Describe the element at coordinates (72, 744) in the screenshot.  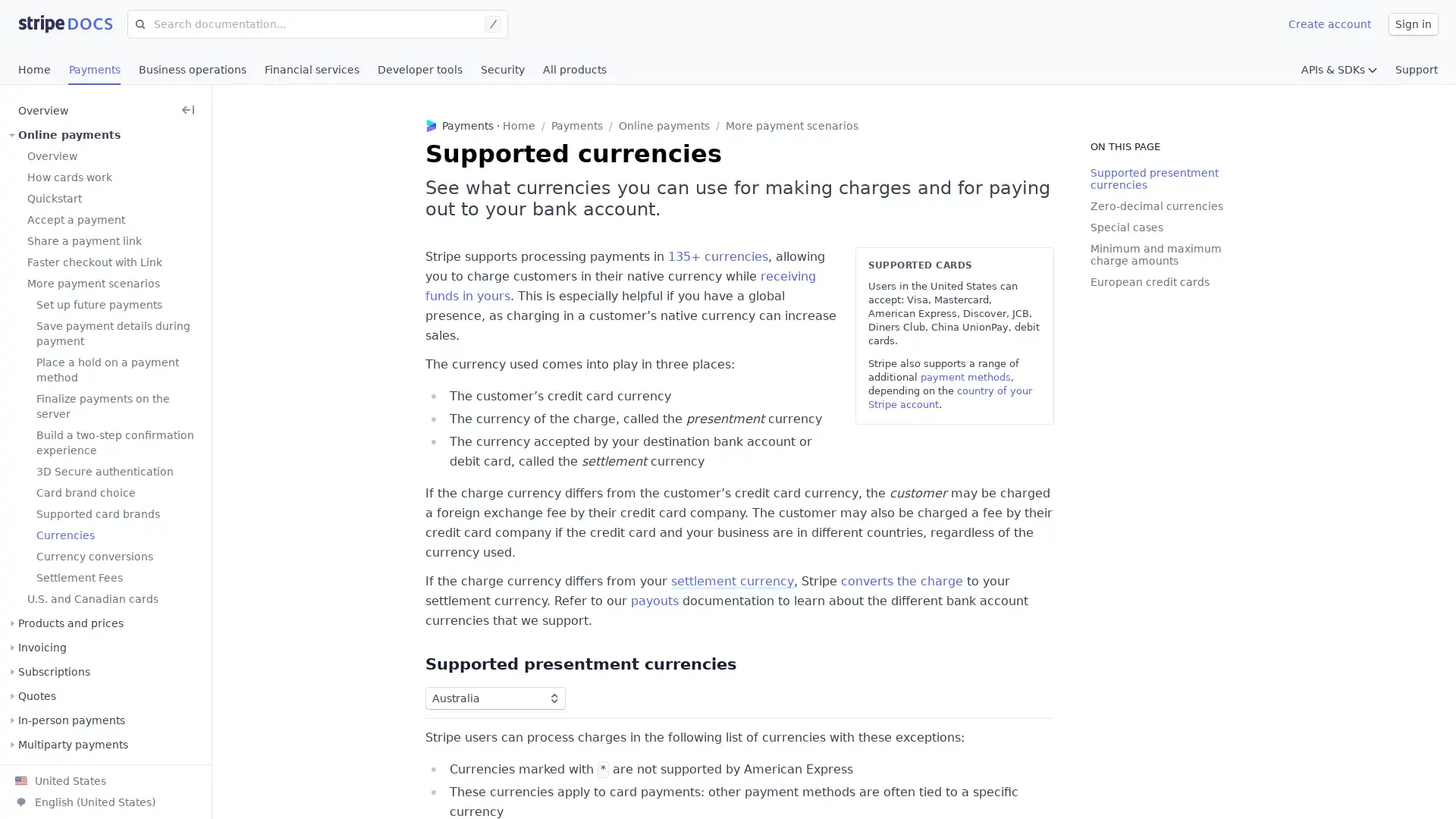
I see `Multiparty payments` at that location.